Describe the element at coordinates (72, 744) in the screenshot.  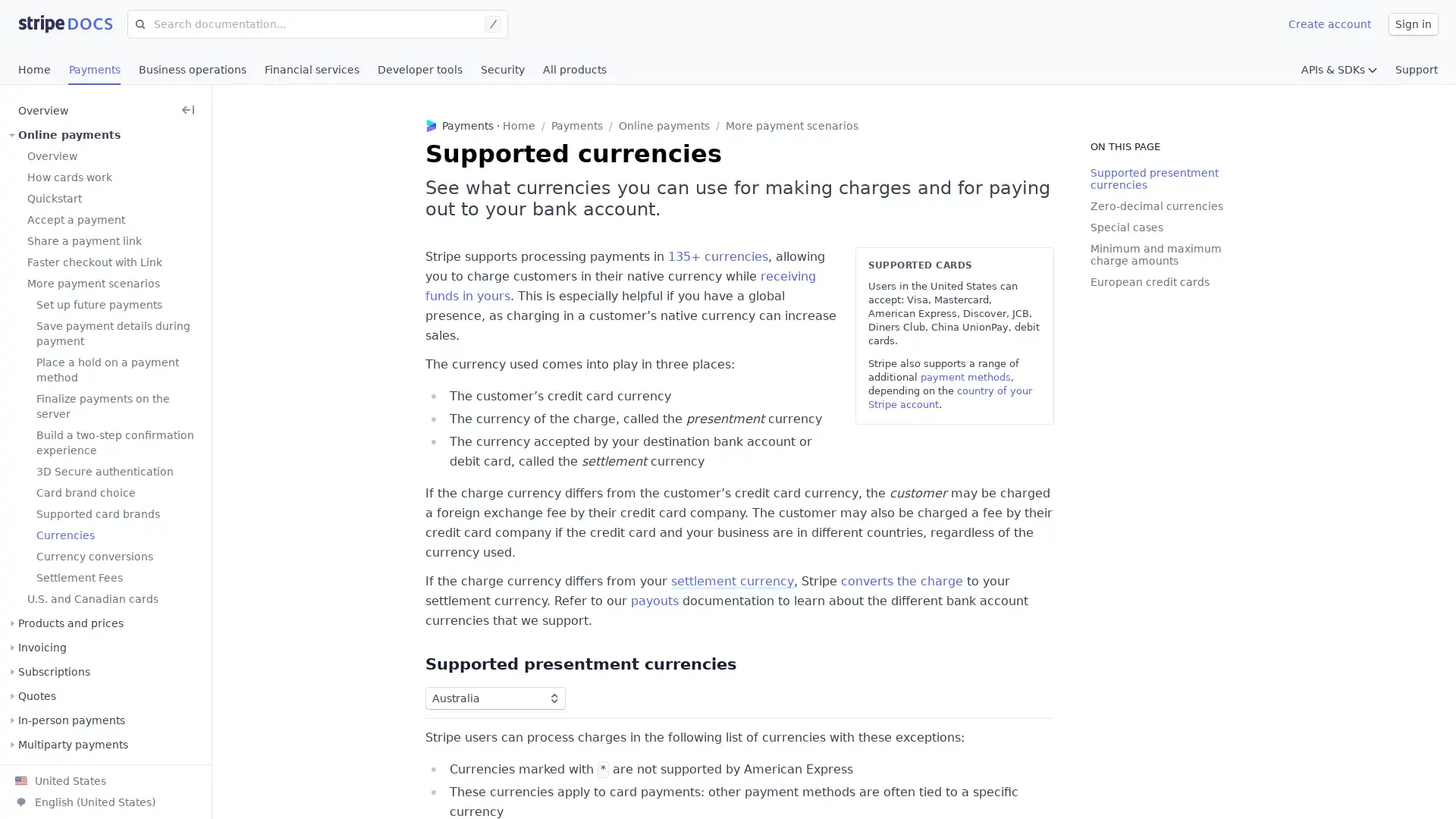
I see `Multiparty payments` at that location.